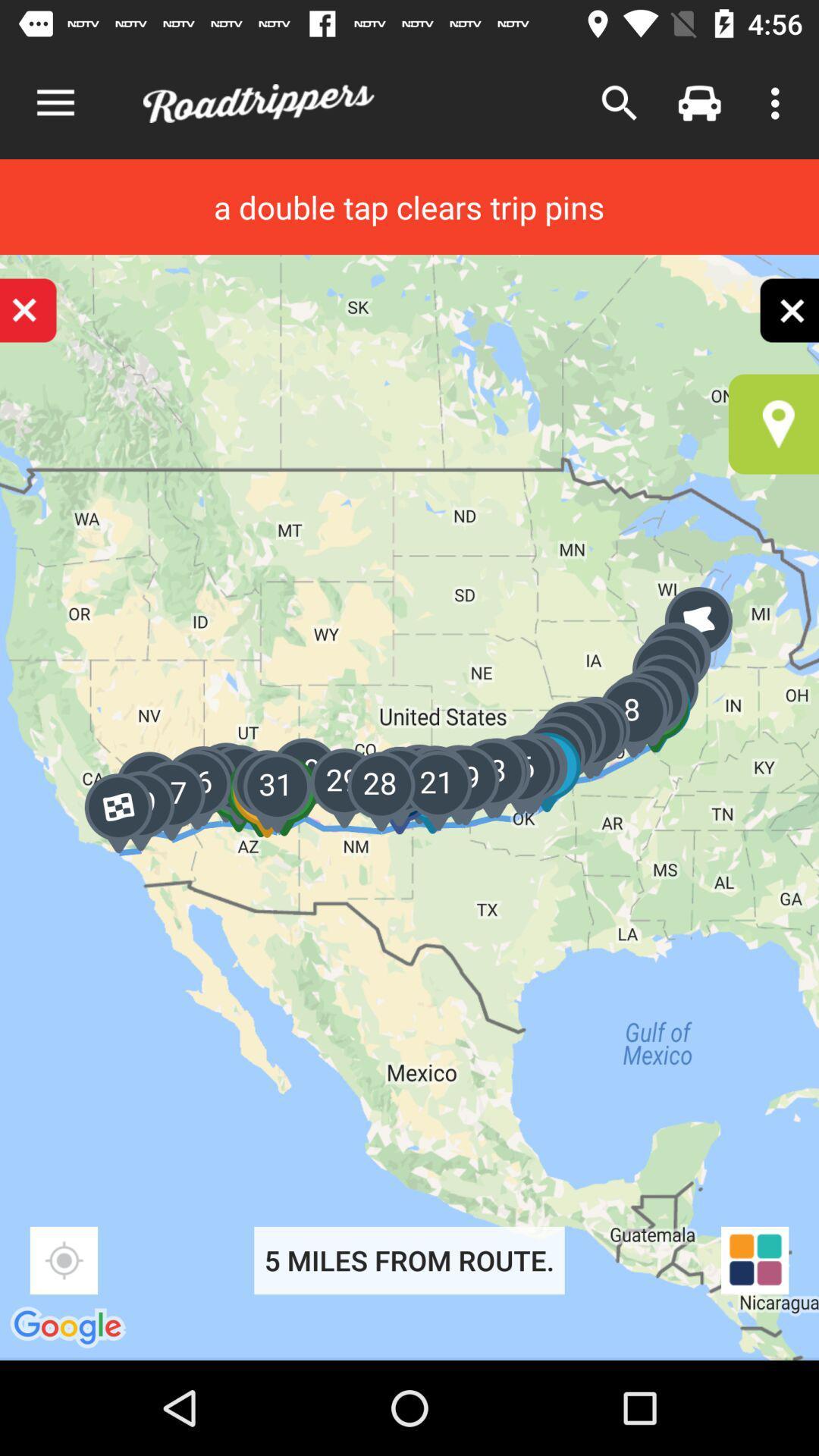  What do you see at coordinates (63, 1260) in the screenshot?
I see `the location_crosshair icon` at bounding box center [63, 1260].